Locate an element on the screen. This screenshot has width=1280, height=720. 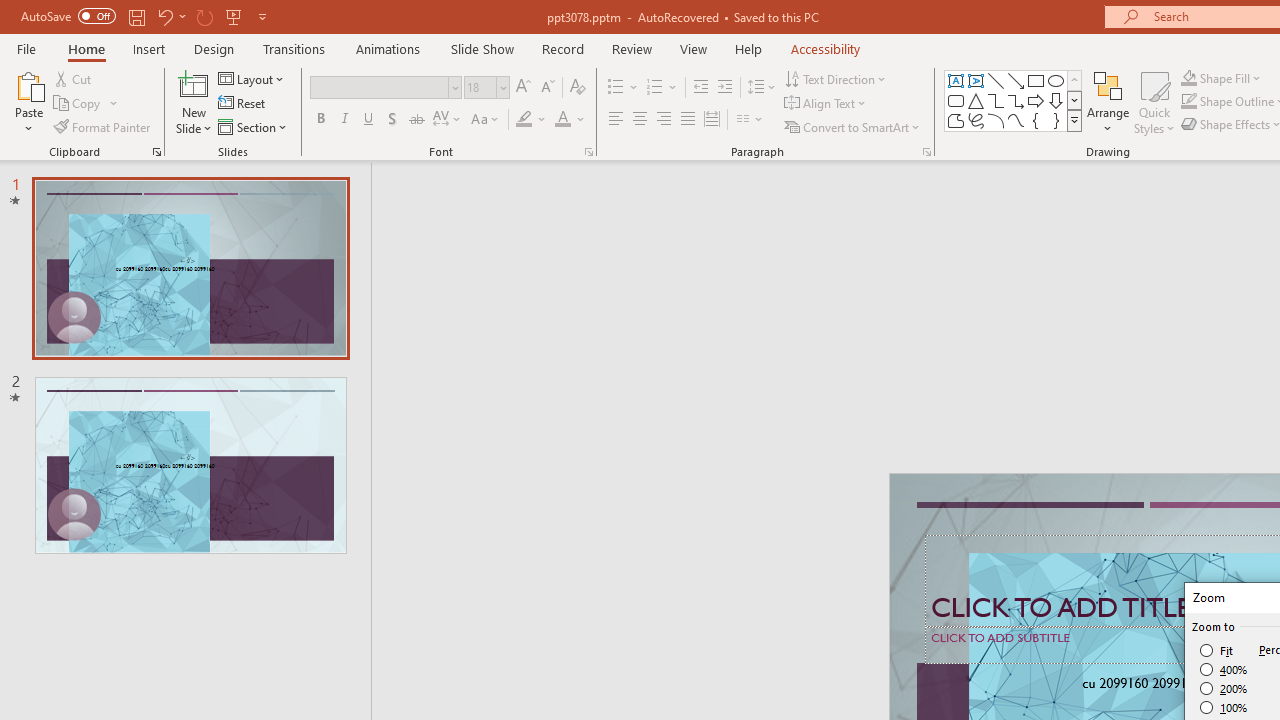
'Font Color Red' is located at coordinates (561, 119).